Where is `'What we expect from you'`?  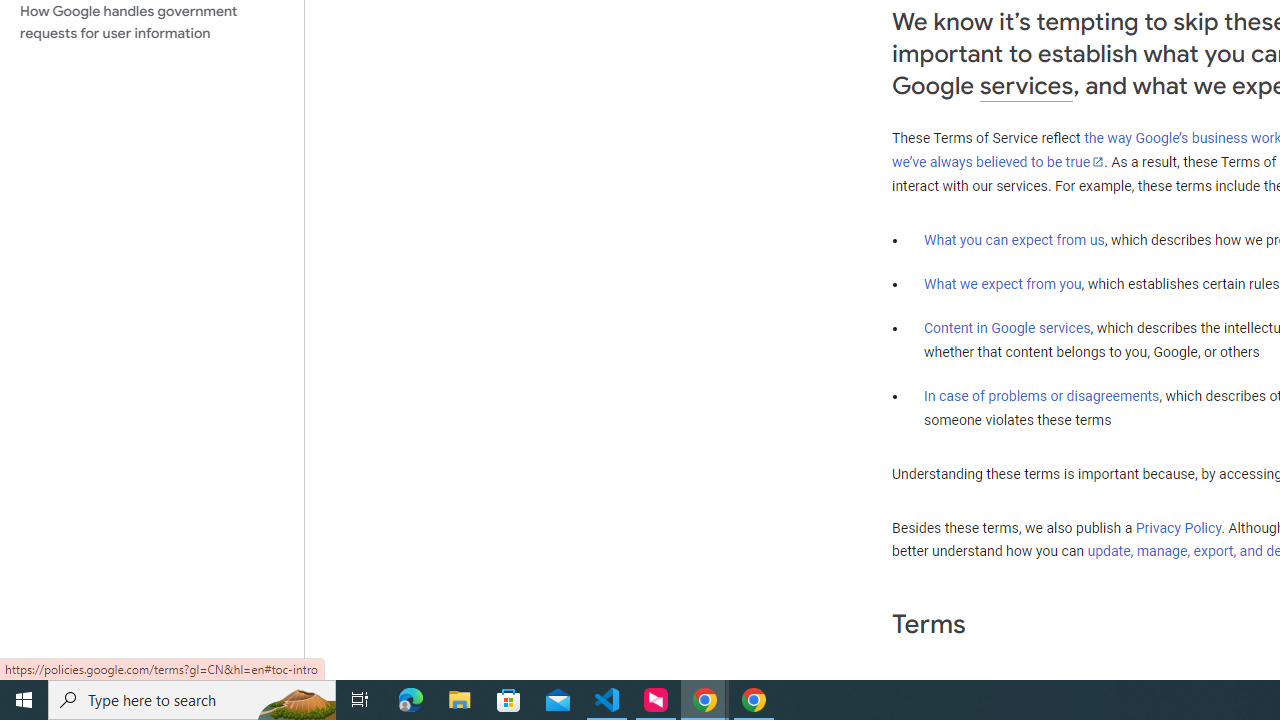 'What we expect from you' is located at coordinates (1002, 284).